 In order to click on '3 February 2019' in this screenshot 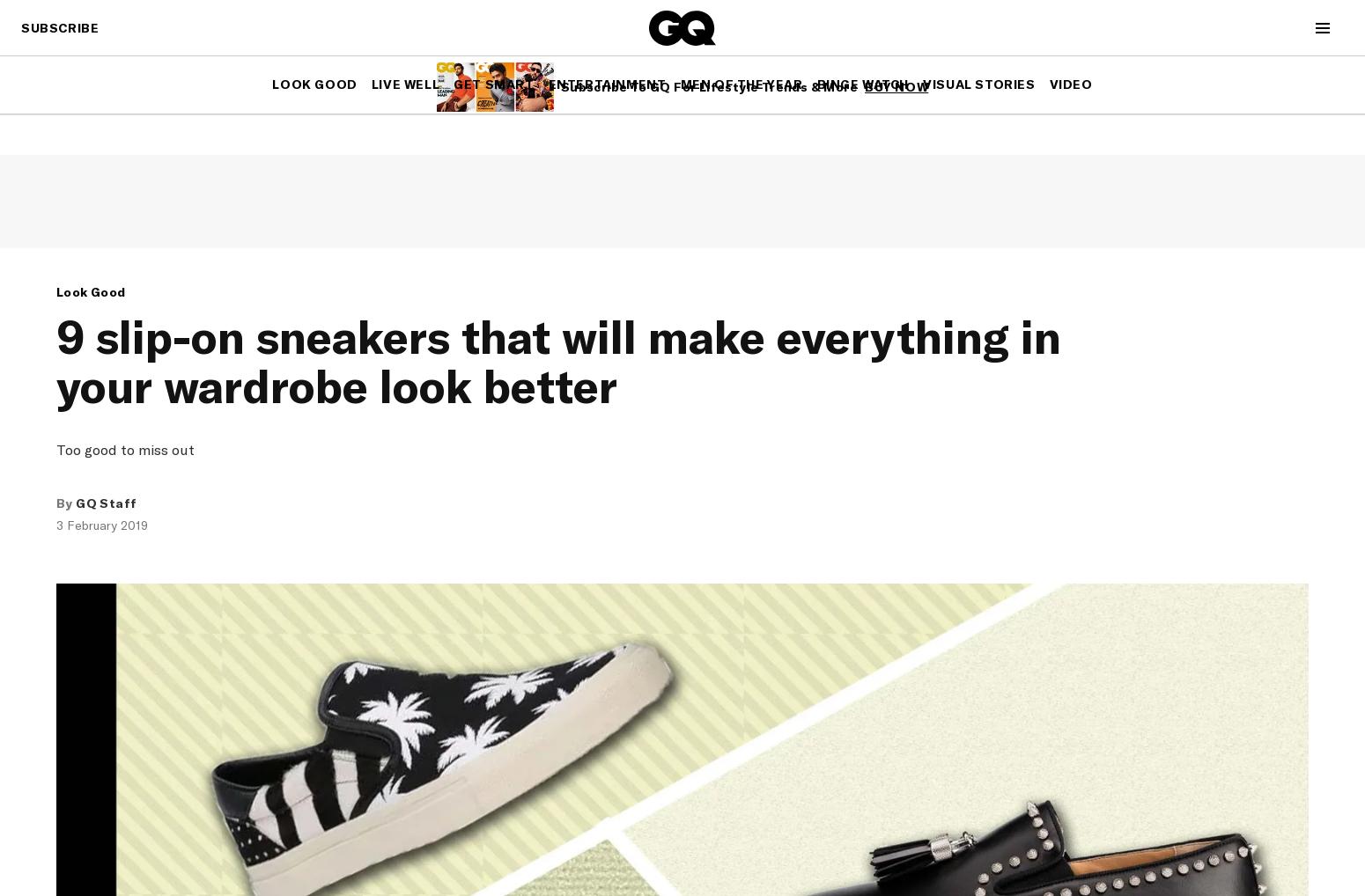, I will do `click(101, 525)`.